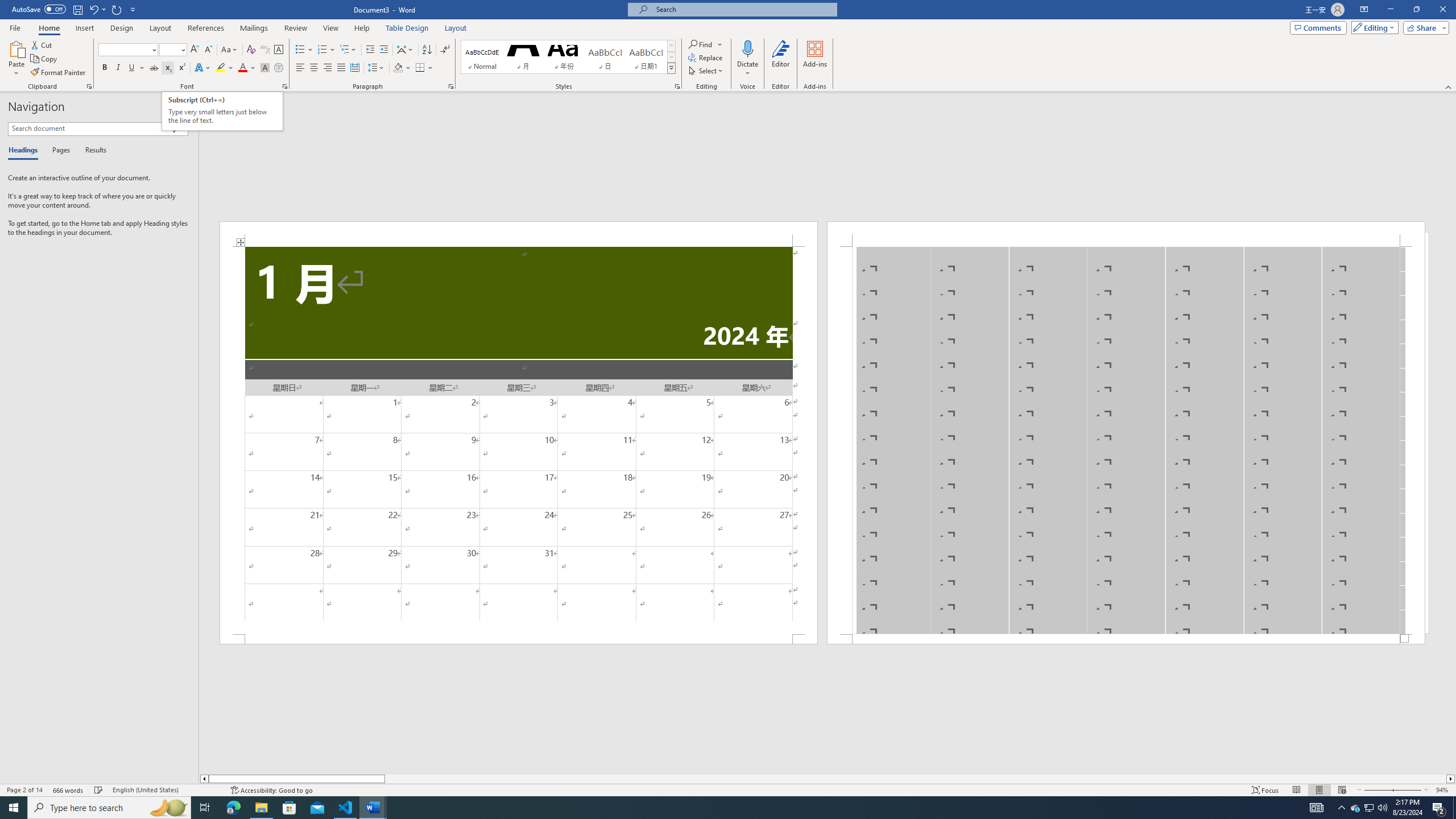 The width and height of the screenshot is (1456, 819). I want to click on 'Office Clipboard...', so click(88, 85).